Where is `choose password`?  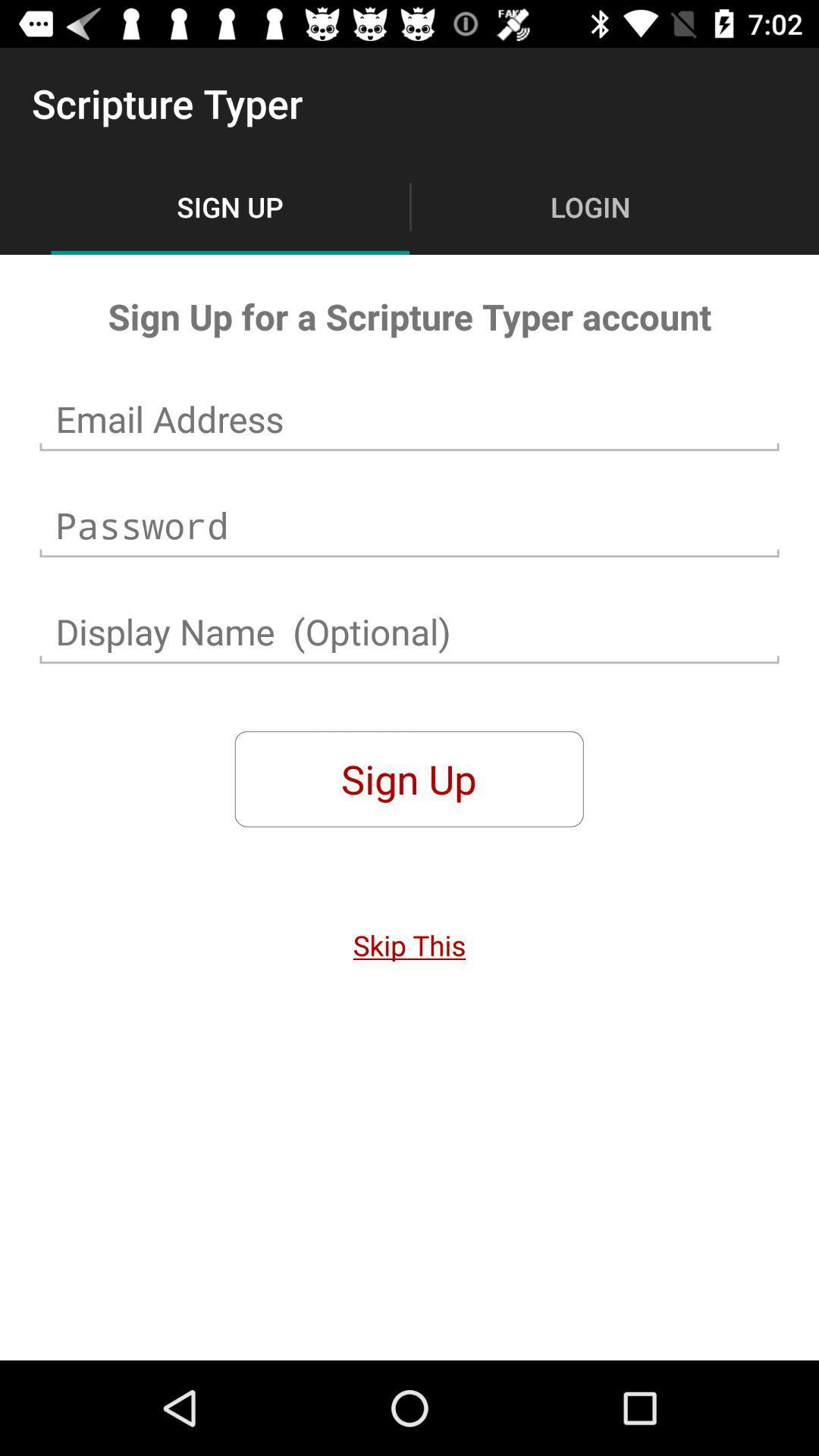 choose password is located at coordinates (409, 526).